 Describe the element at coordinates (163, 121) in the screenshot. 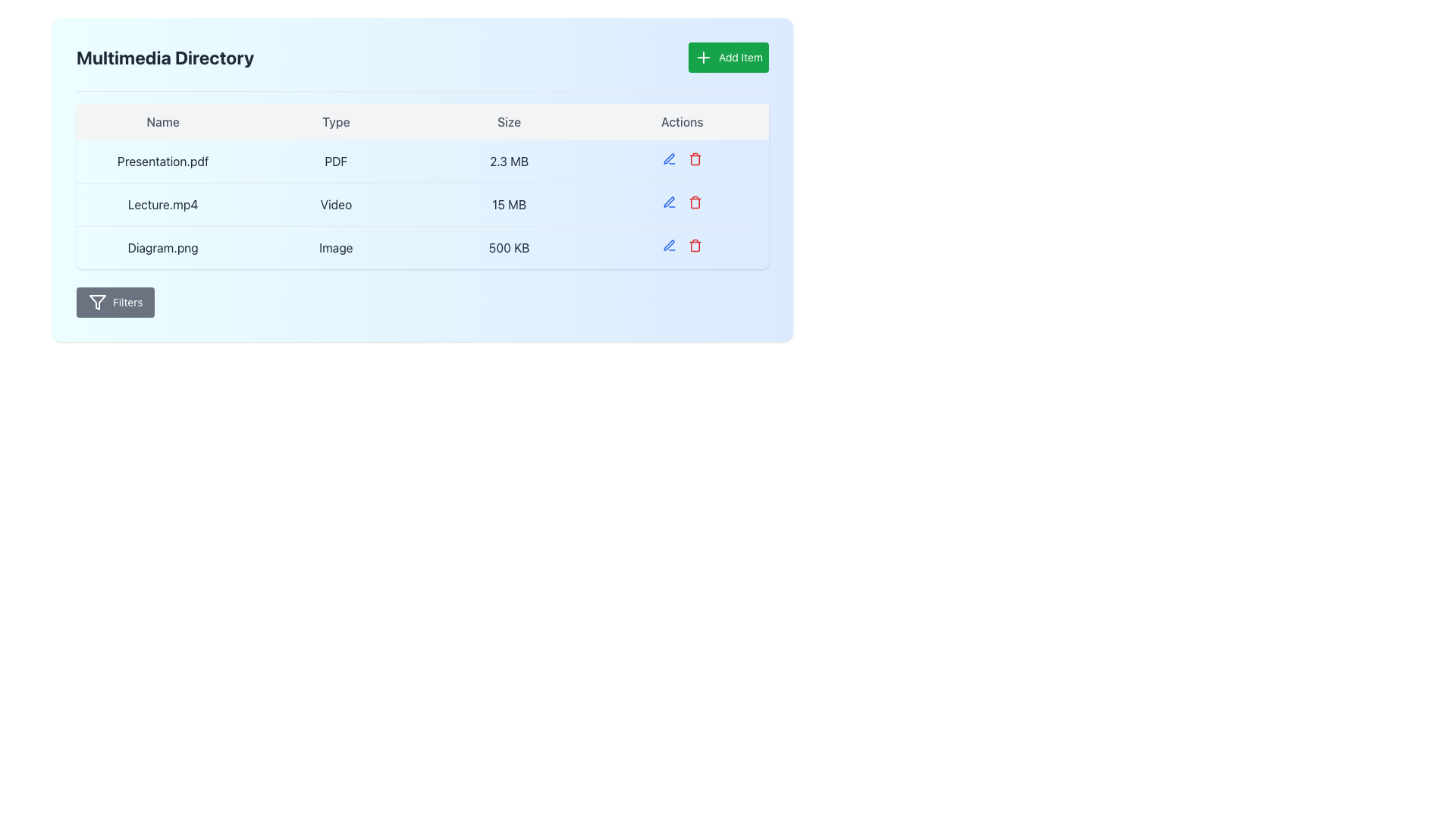

I see `the 'Name' header label in the table, which serves as the title for the first column indicating the names of items listed` at that location.